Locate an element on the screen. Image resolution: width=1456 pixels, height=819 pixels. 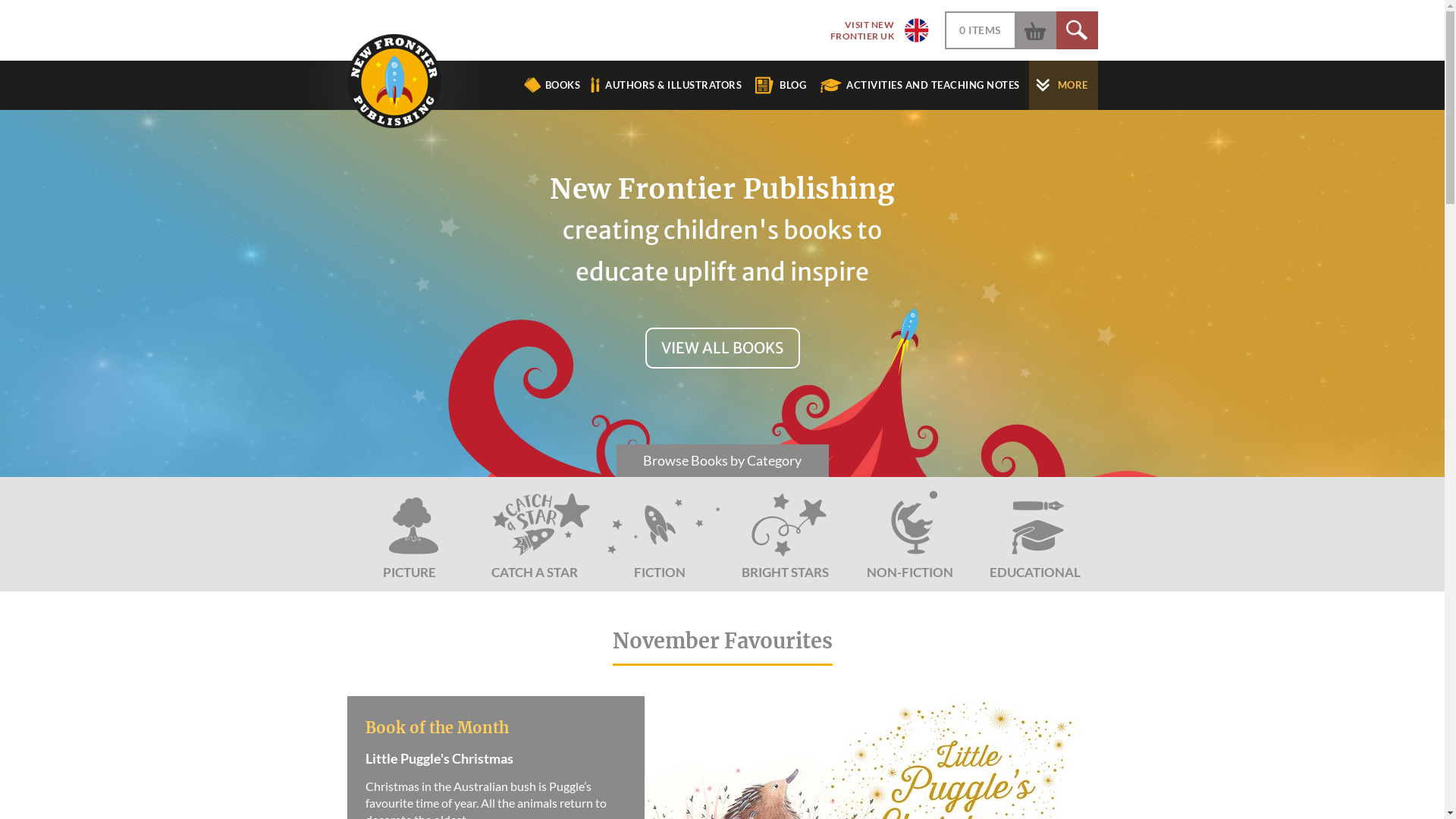
'VIEW ALL BOOKS' is located at coordinates (720, 348).